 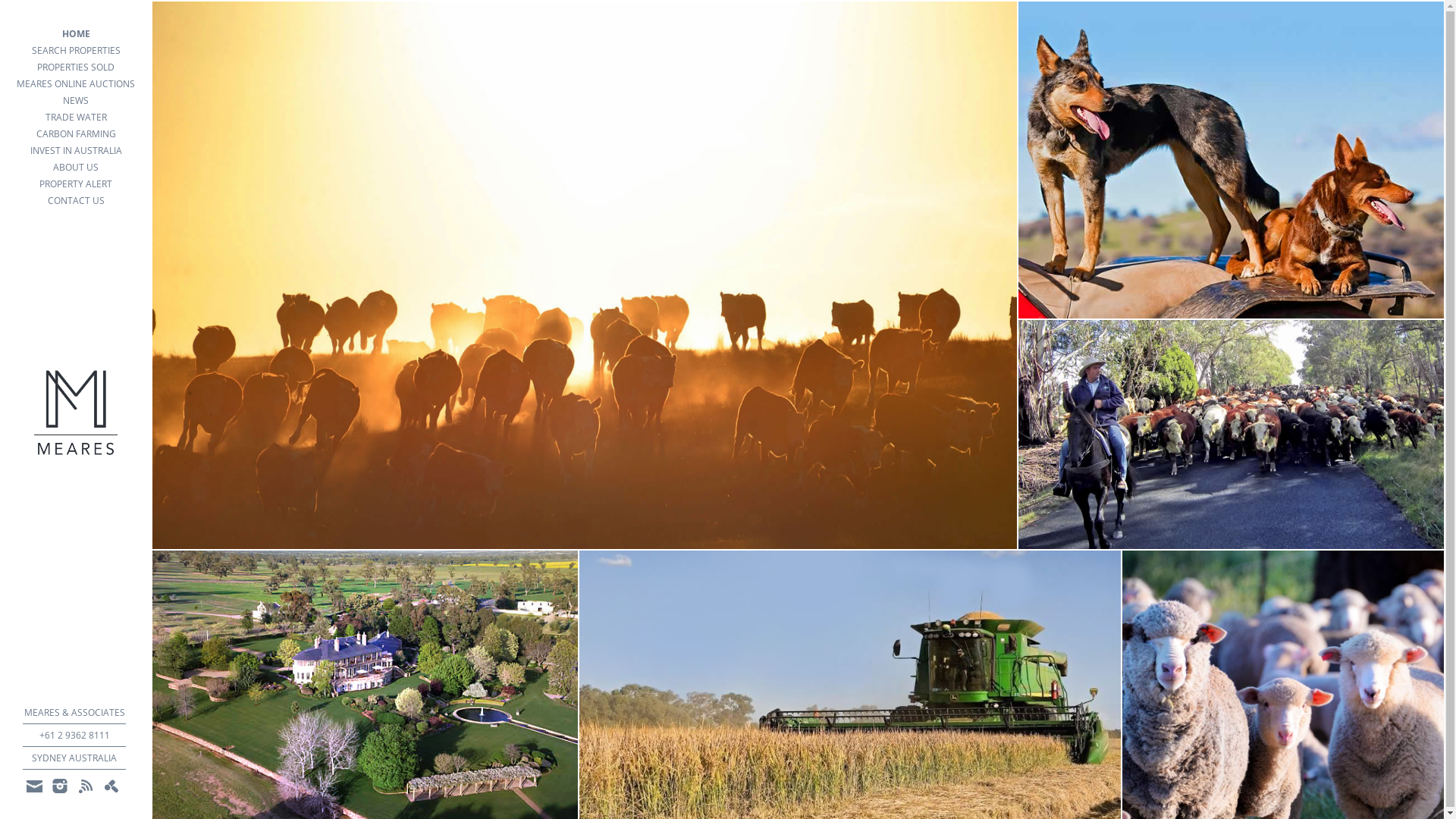 What do you see at coordinates (75, 66) in the screenshot?
I see `'PROPERTIES SOLD'` at bounding box center [75, 66].